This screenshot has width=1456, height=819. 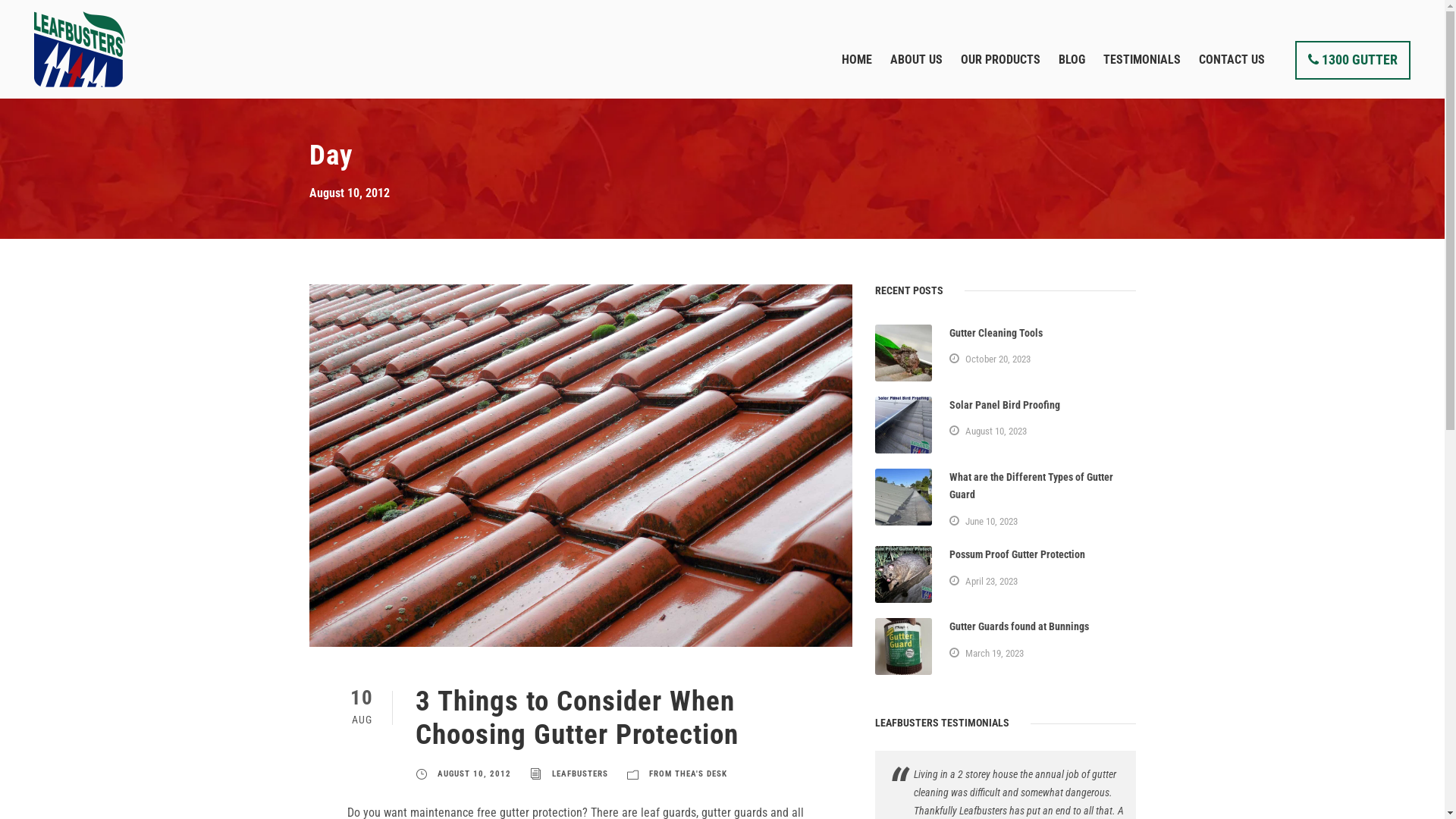 I want to click on 'March 19, 2023', so click(x=964, y=652).